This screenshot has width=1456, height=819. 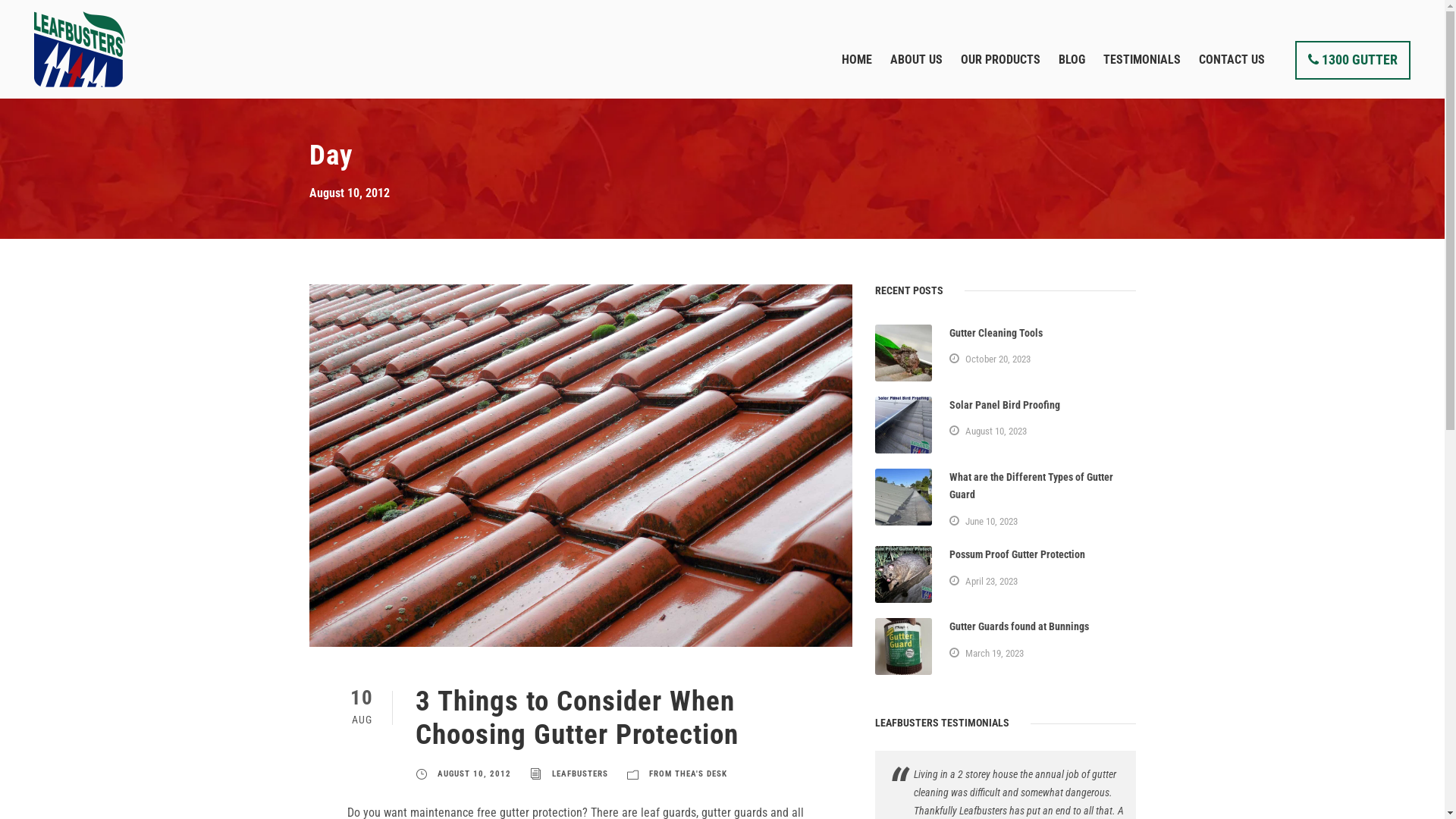 I want to click on 'March 19, 2023', so click(x=964, y=652).